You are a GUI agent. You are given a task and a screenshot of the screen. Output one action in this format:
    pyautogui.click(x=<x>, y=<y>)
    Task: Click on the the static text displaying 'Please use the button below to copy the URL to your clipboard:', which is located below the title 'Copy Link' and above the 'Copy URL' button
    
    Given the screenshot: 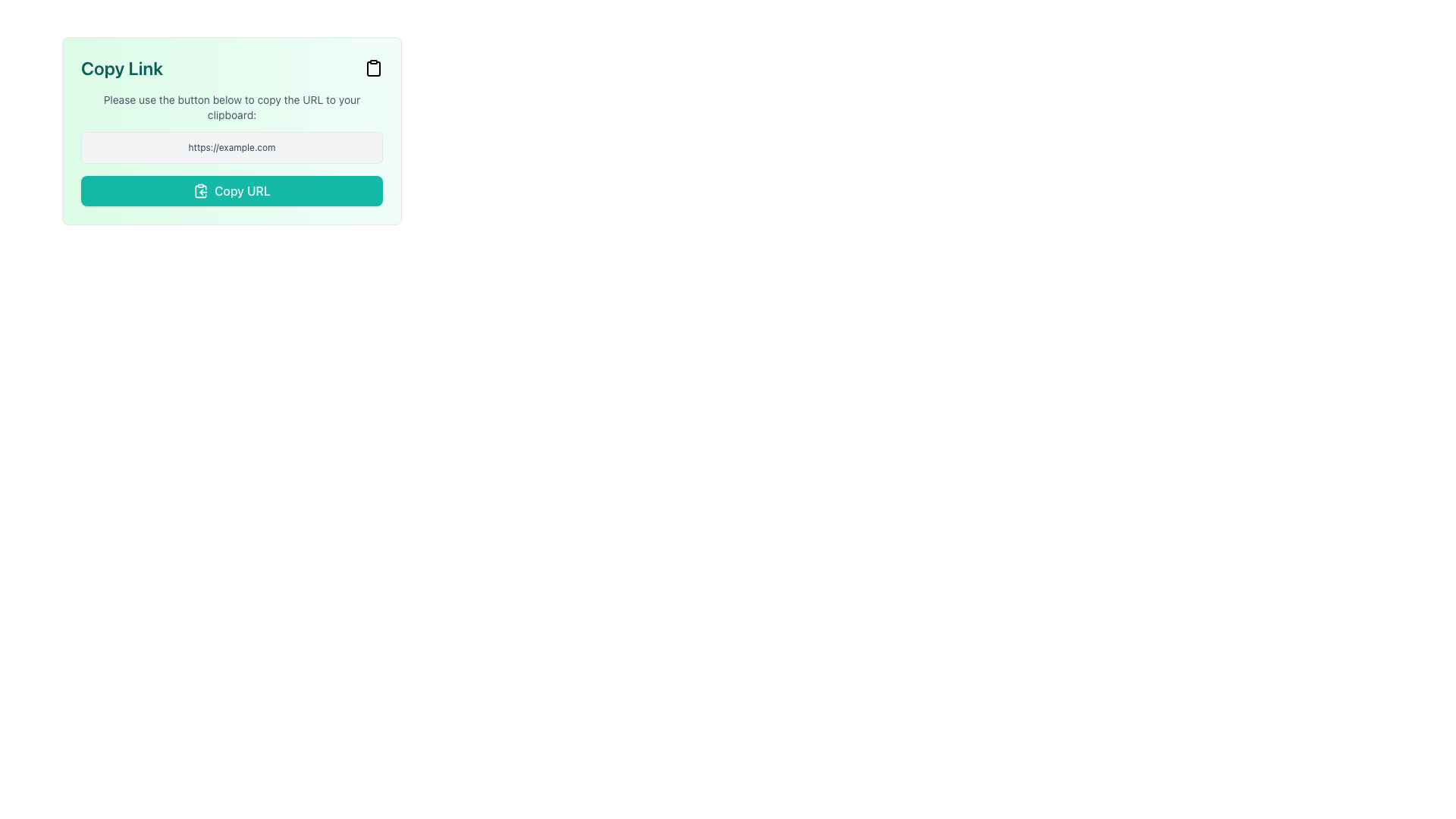 What is the action you would take?
    pyautogui.click(x=231, y=107)
    